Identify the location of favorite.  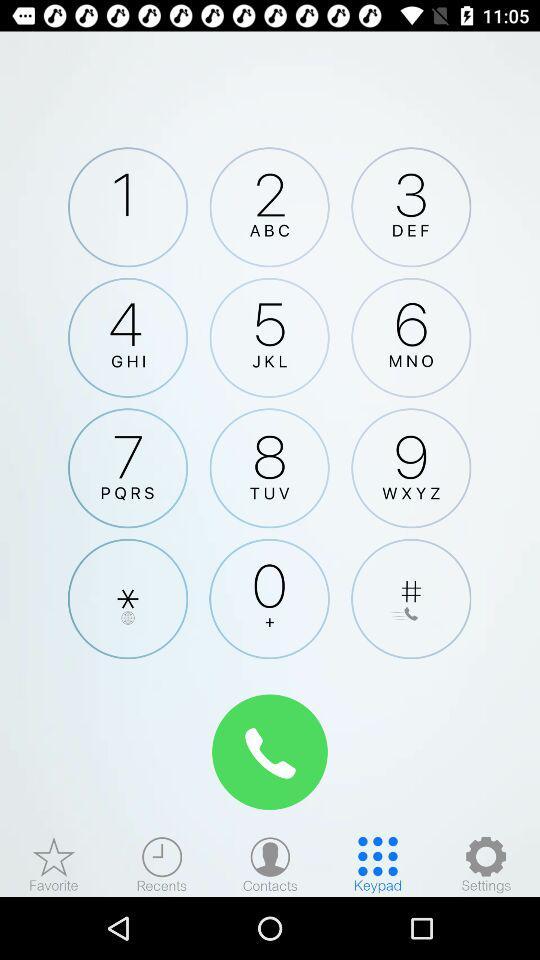
(54, 863).